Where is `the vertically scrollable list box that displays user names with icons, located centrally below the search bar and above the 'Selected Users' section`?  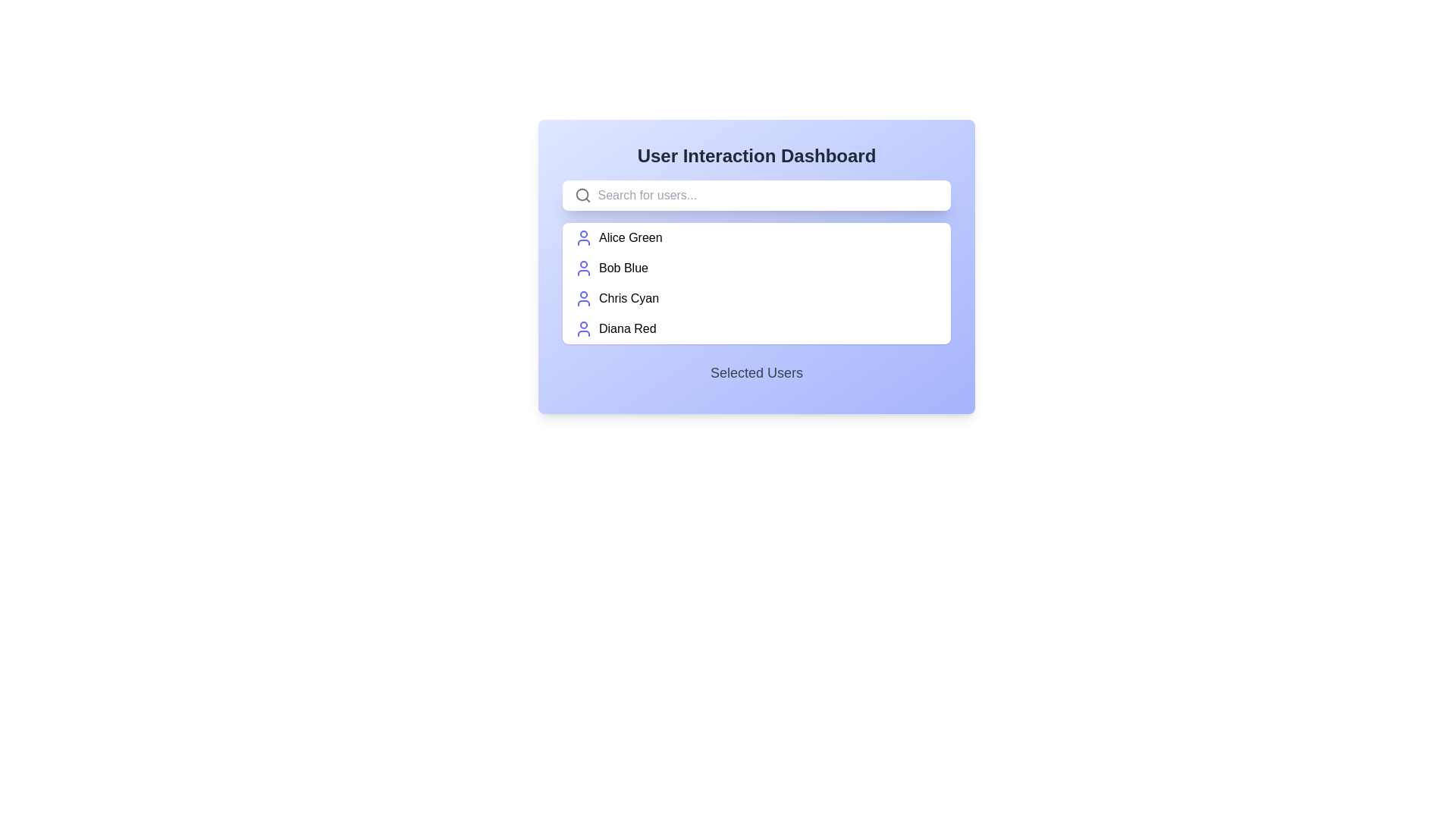 the vertically scrollable list box that displays user names with icons, located centrally below the search bar and above the 'Selected Users' section is located at coordinates (757, 284).